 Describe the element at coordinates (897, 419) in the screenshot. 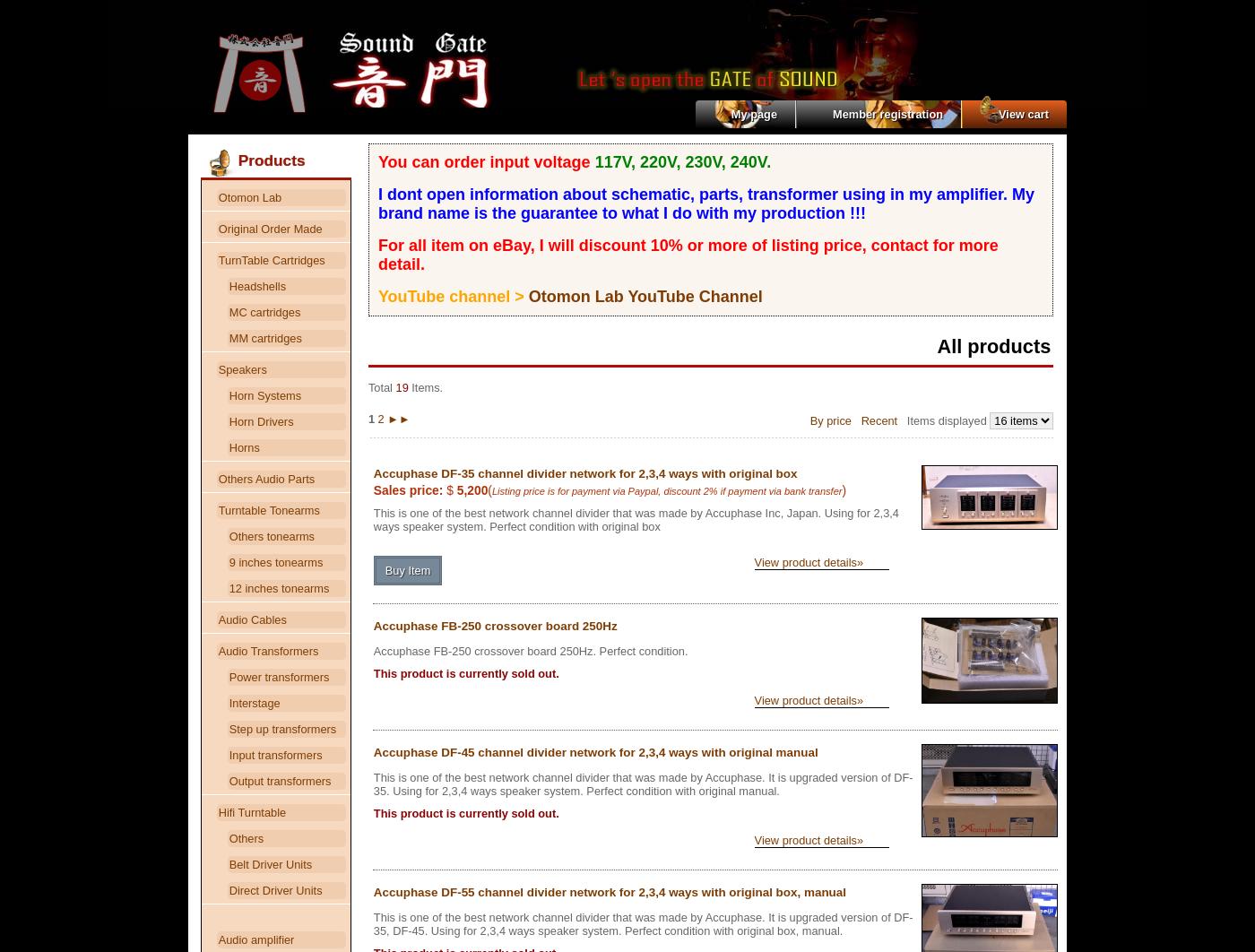

I see `'Items displayed'` at that location.